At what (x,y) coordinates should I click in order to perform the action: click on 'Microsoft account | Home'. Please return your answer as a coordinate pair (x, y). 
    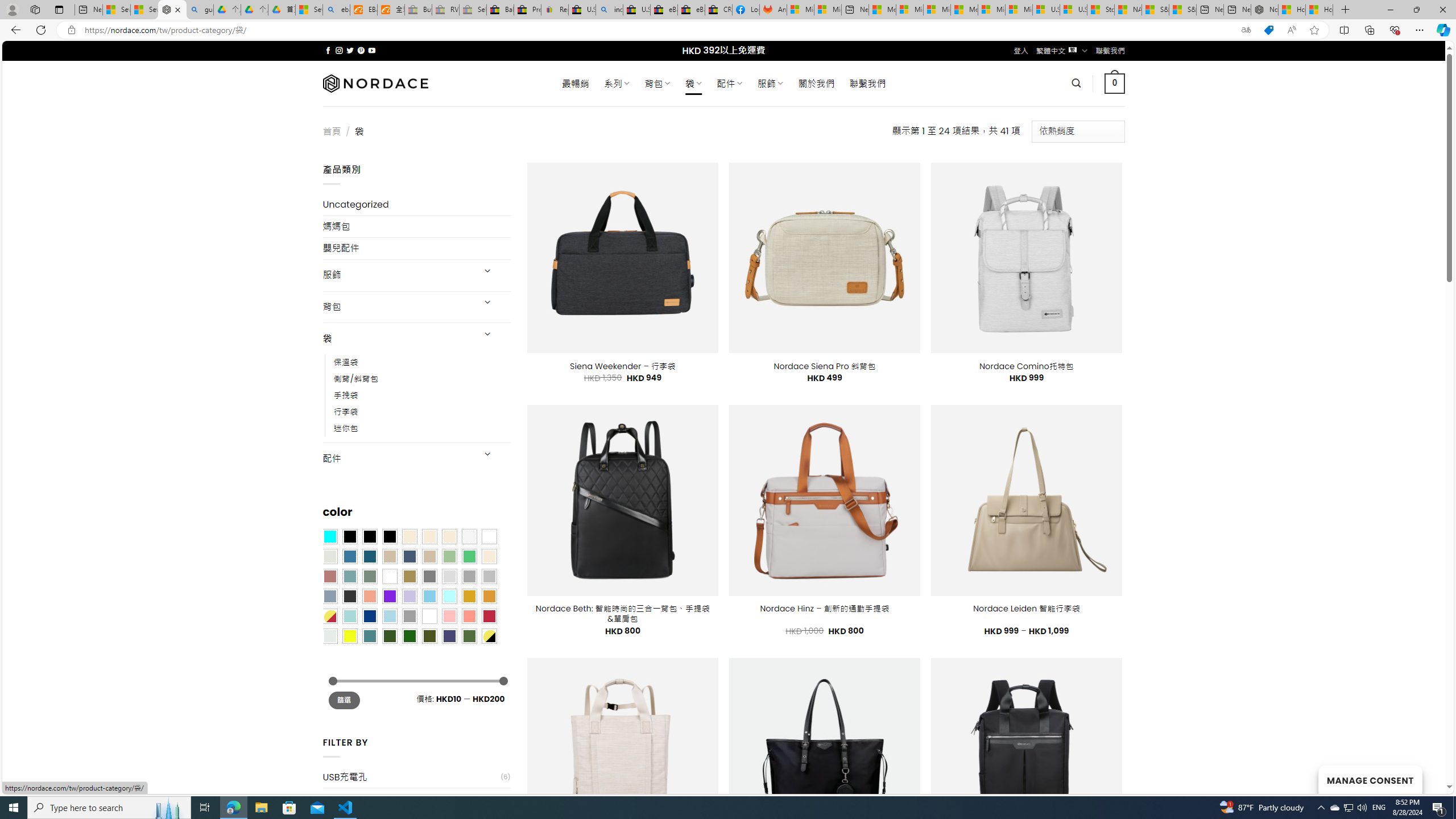
    Looking at the image, I should click on (936, 9).